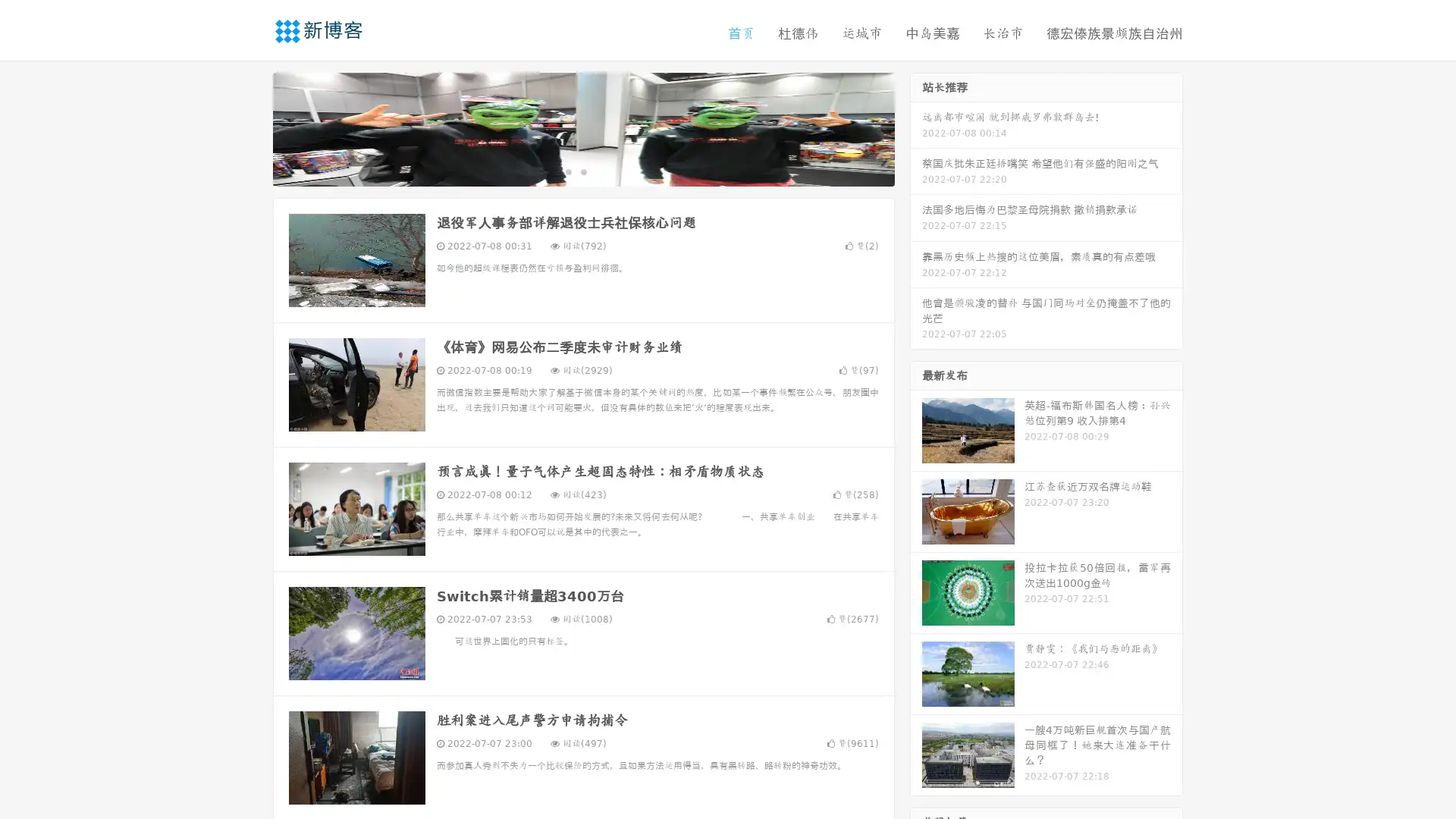 The image size is (1456, 819). I want to click on Next slide, so click(916, 127).